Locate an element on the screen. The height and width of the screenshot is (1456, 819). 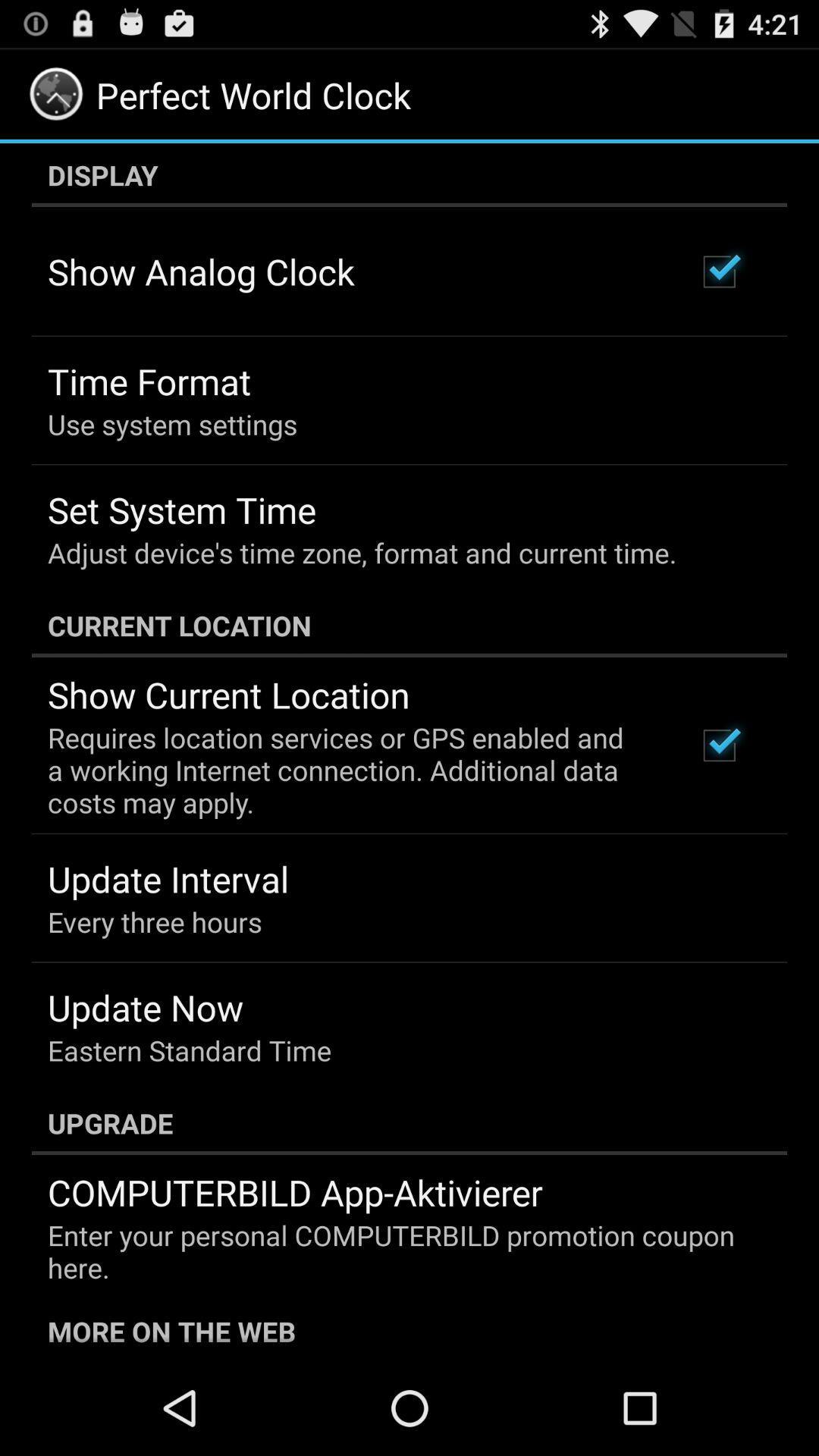
the icon below enter your personal is located at coordinates (409, 1329).